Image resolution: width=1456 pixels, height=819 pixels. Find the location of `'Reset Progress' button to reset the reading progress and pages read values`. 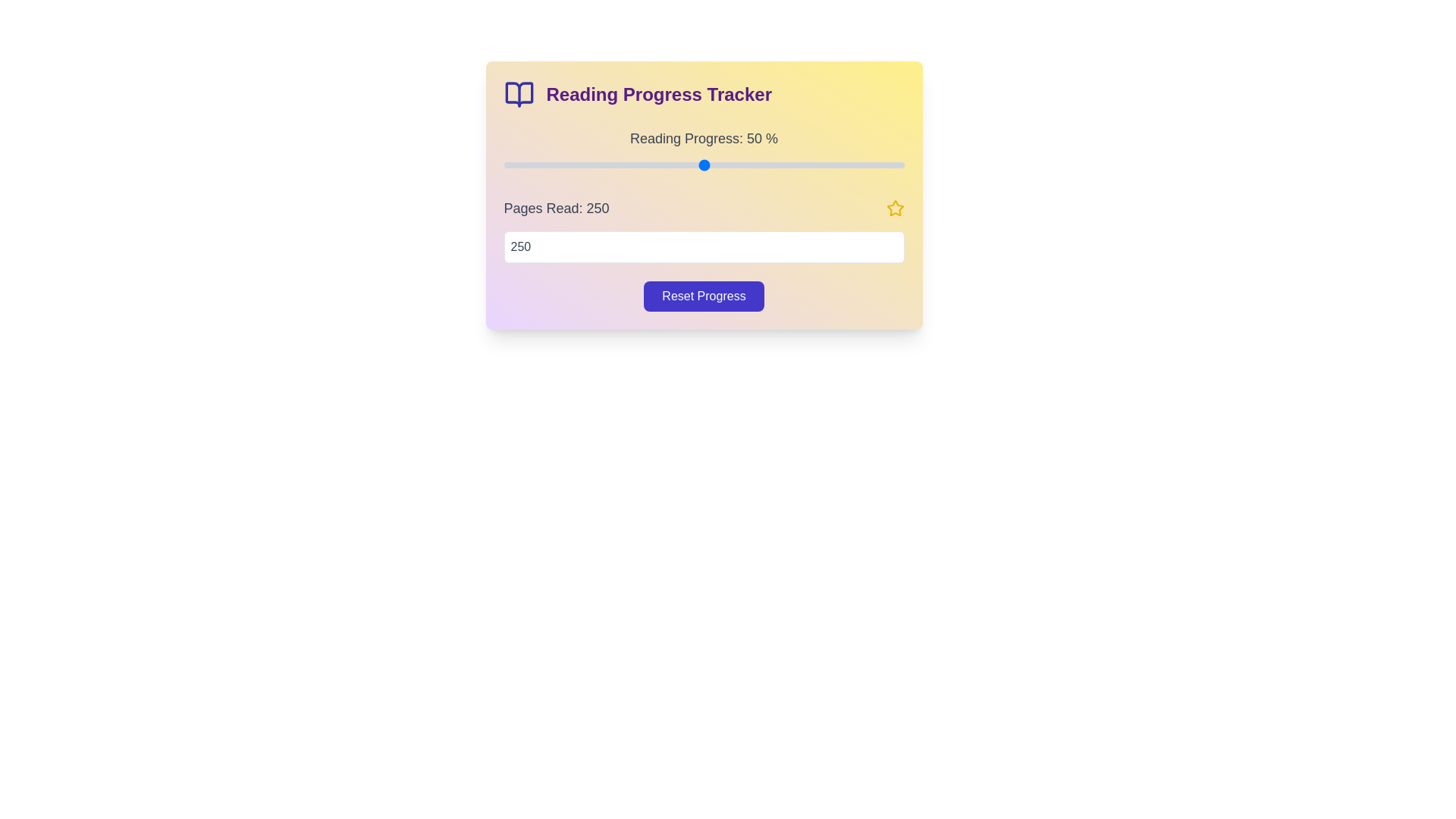

'Reset Progress' button to reset the reading progress and pages read values is located at coordinates (703, 296).